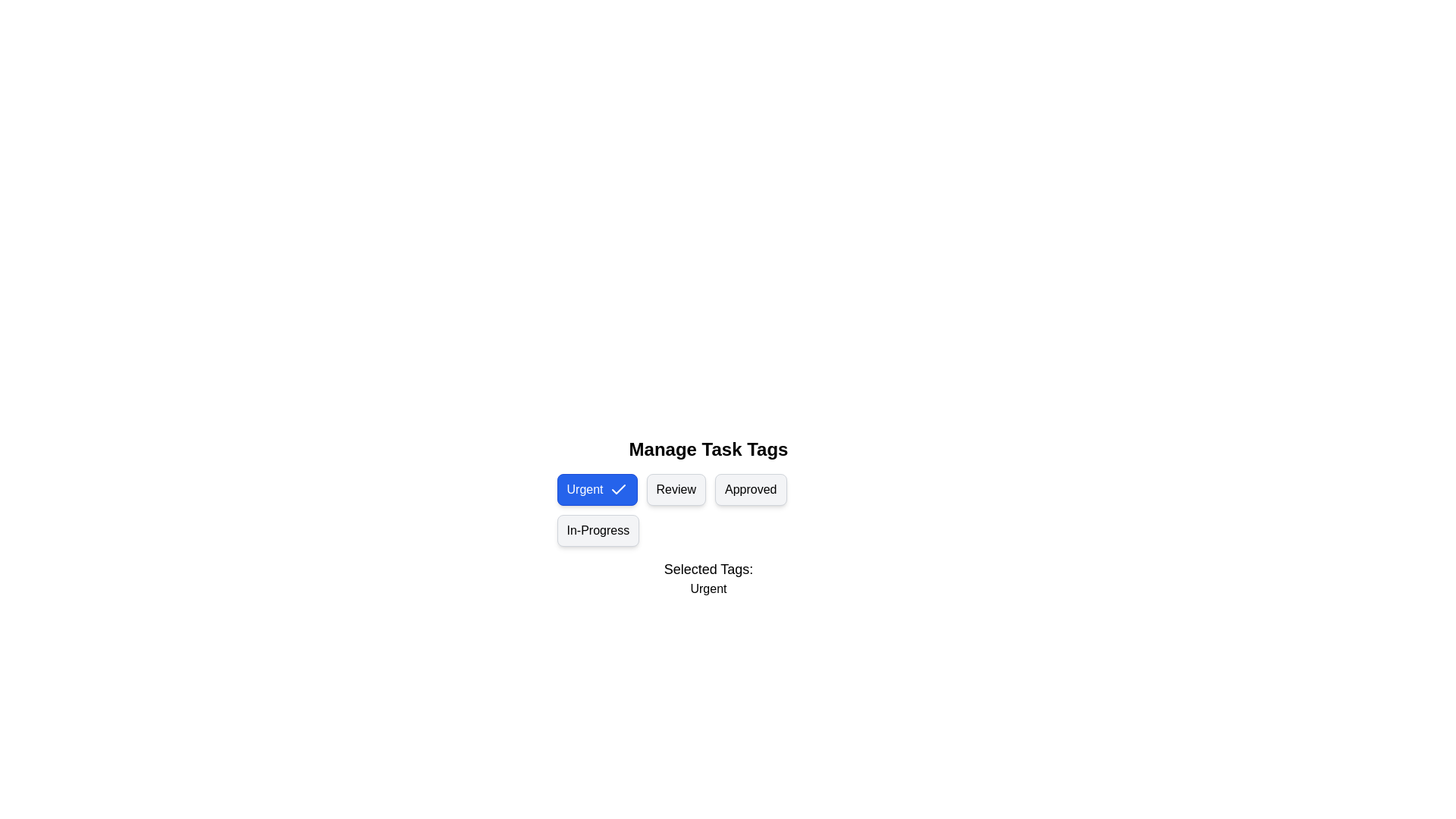  What do you see at coordinates (596, 489) in the screenshot?
I see `the tag chip labeled 'Urgent' to observe its hover effect` at bounding box center [596, 489].